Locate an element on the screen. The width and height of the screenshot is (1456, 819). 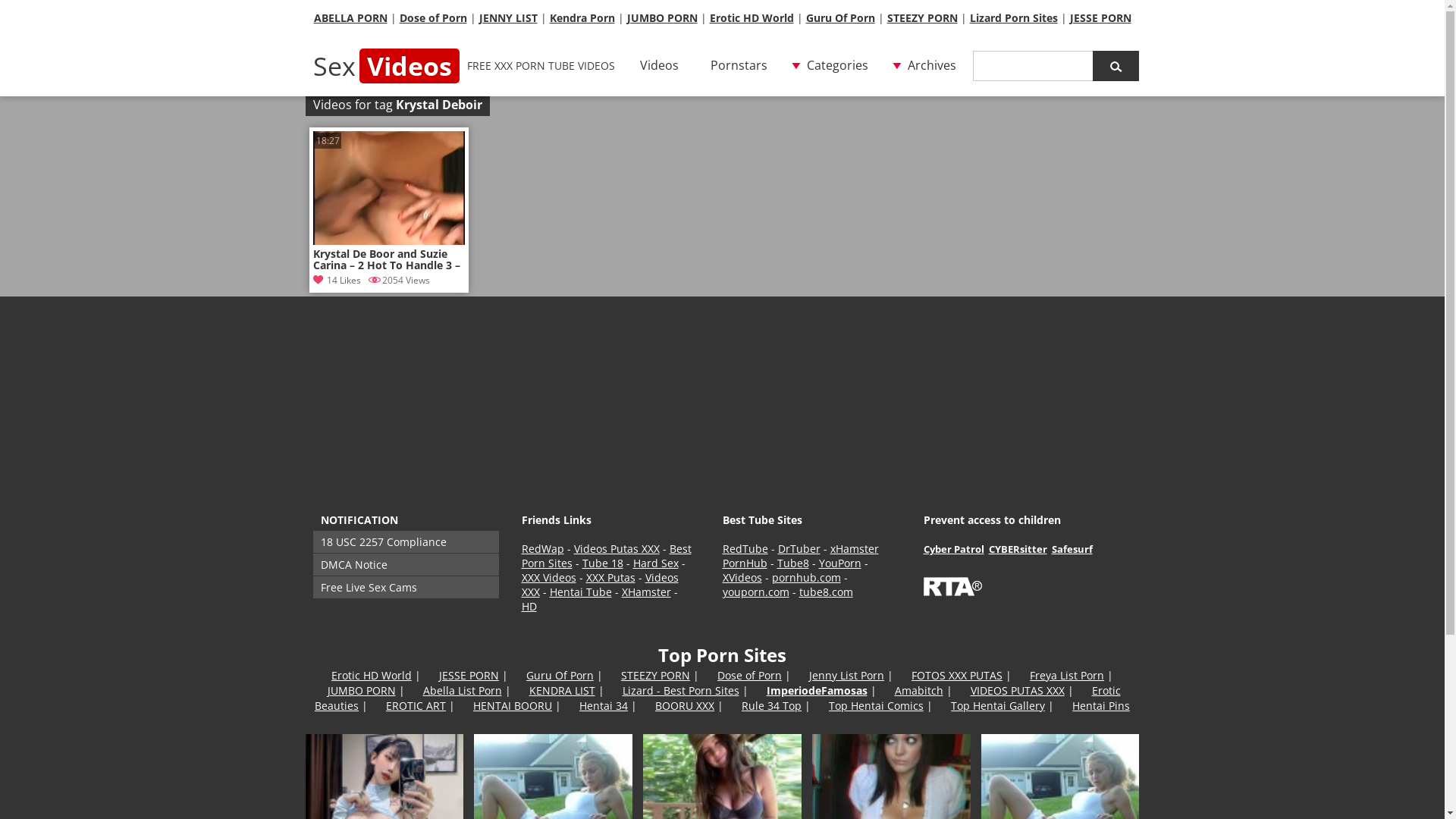
'Guru Of Porn' is located at coordinates (559, 674).